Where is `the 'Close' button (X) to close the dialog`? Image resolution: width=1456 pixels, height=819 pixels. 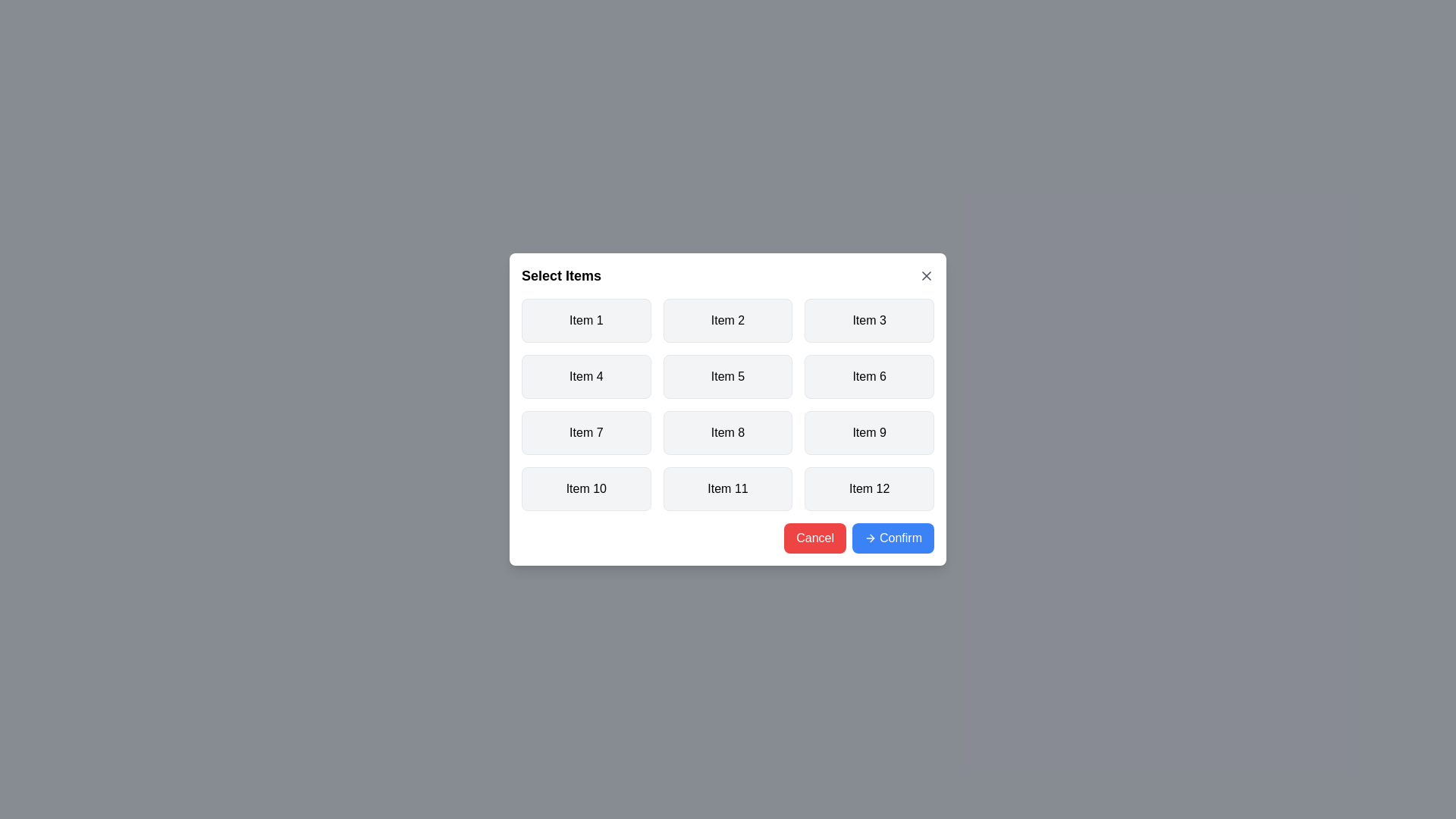
the 'Close' button (X) to close the dialog is located at coordinates (926, 275).